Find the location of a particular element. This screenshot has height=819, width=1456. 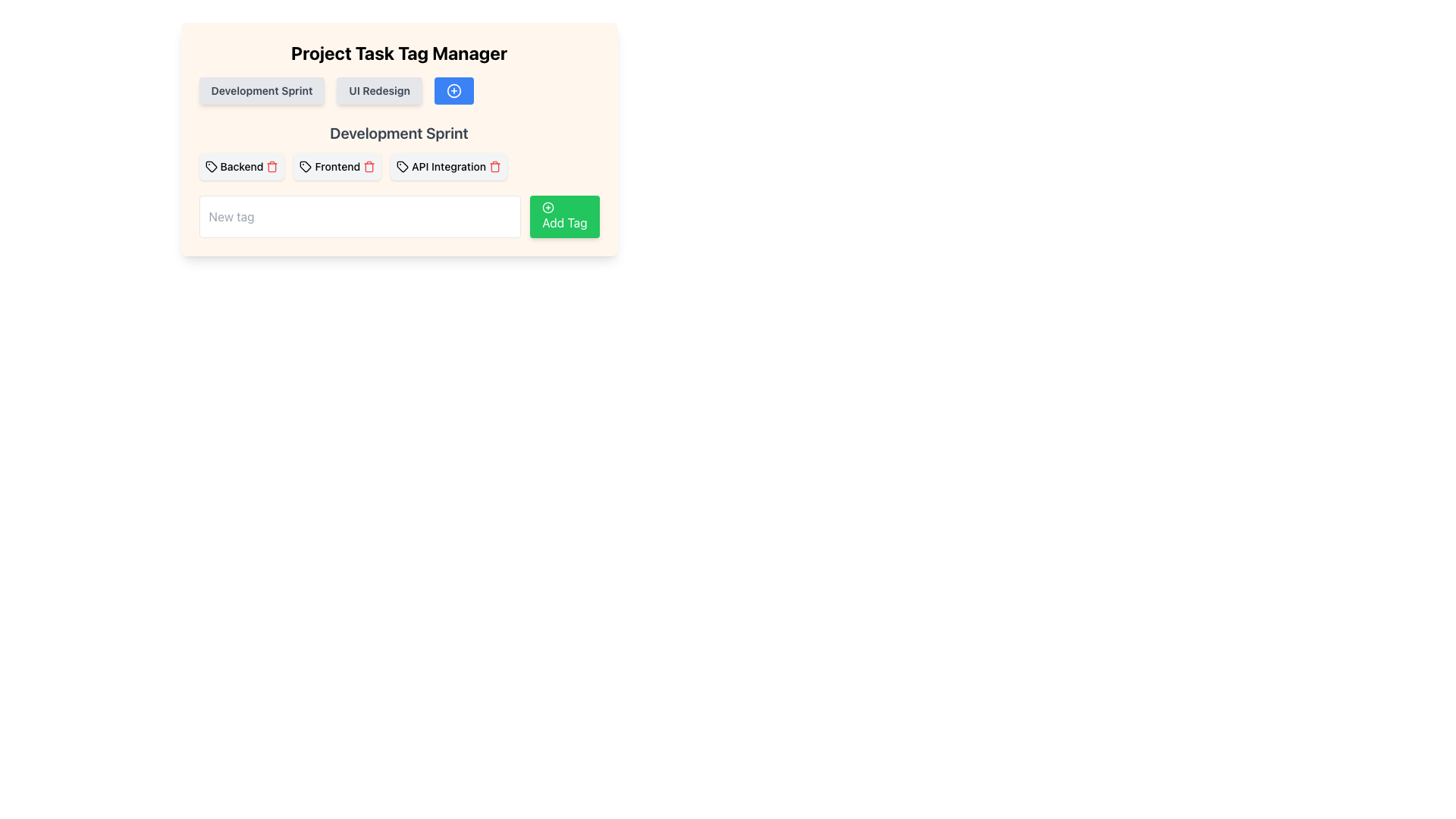

the small red trash can icon delete button located to the right of the 'Frontend' tag in the 'Development Sprint' section is located at coordinates (369, 166).